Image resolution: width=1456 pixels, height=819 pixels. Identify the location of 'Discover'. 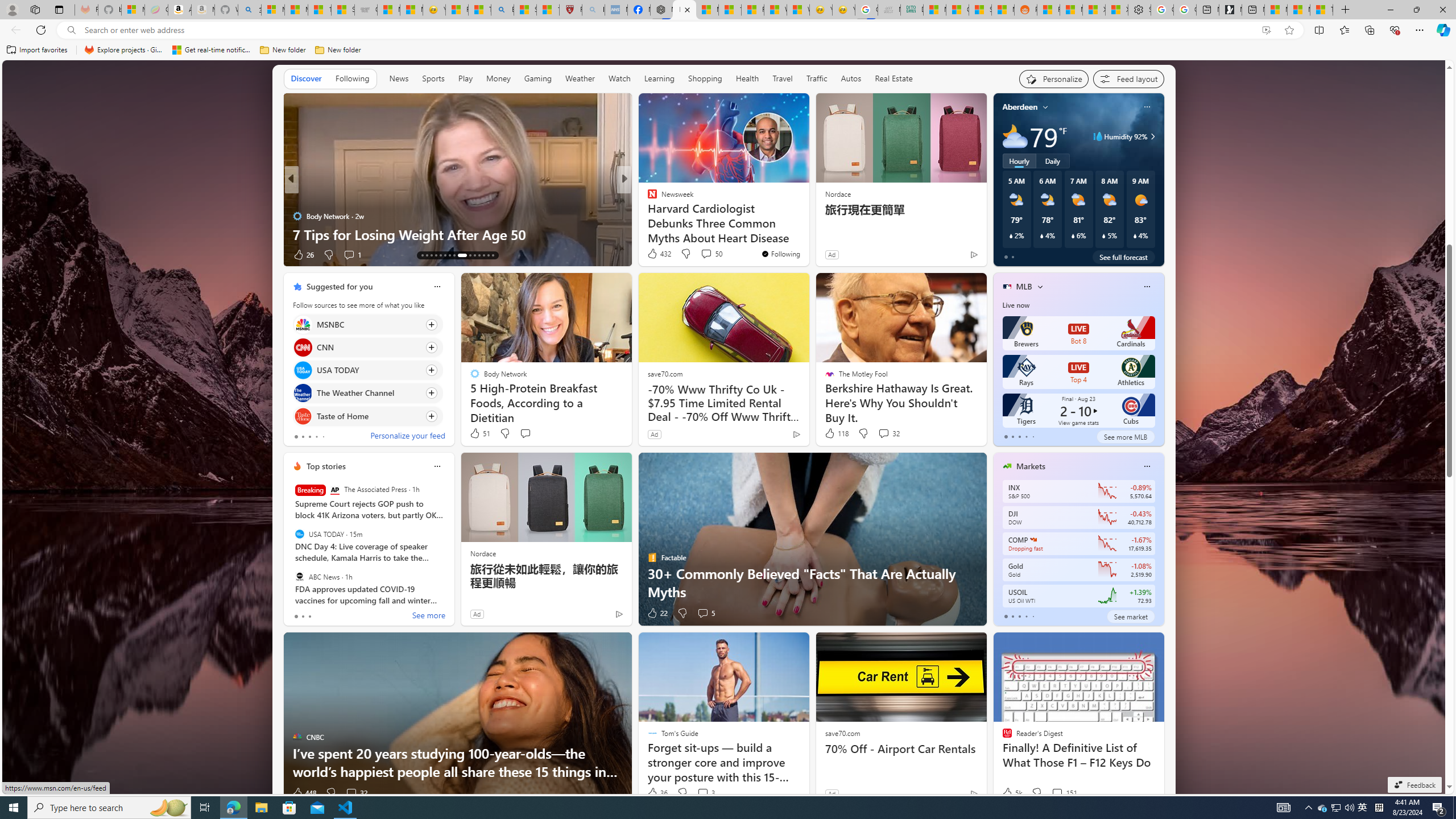
(306, 78).